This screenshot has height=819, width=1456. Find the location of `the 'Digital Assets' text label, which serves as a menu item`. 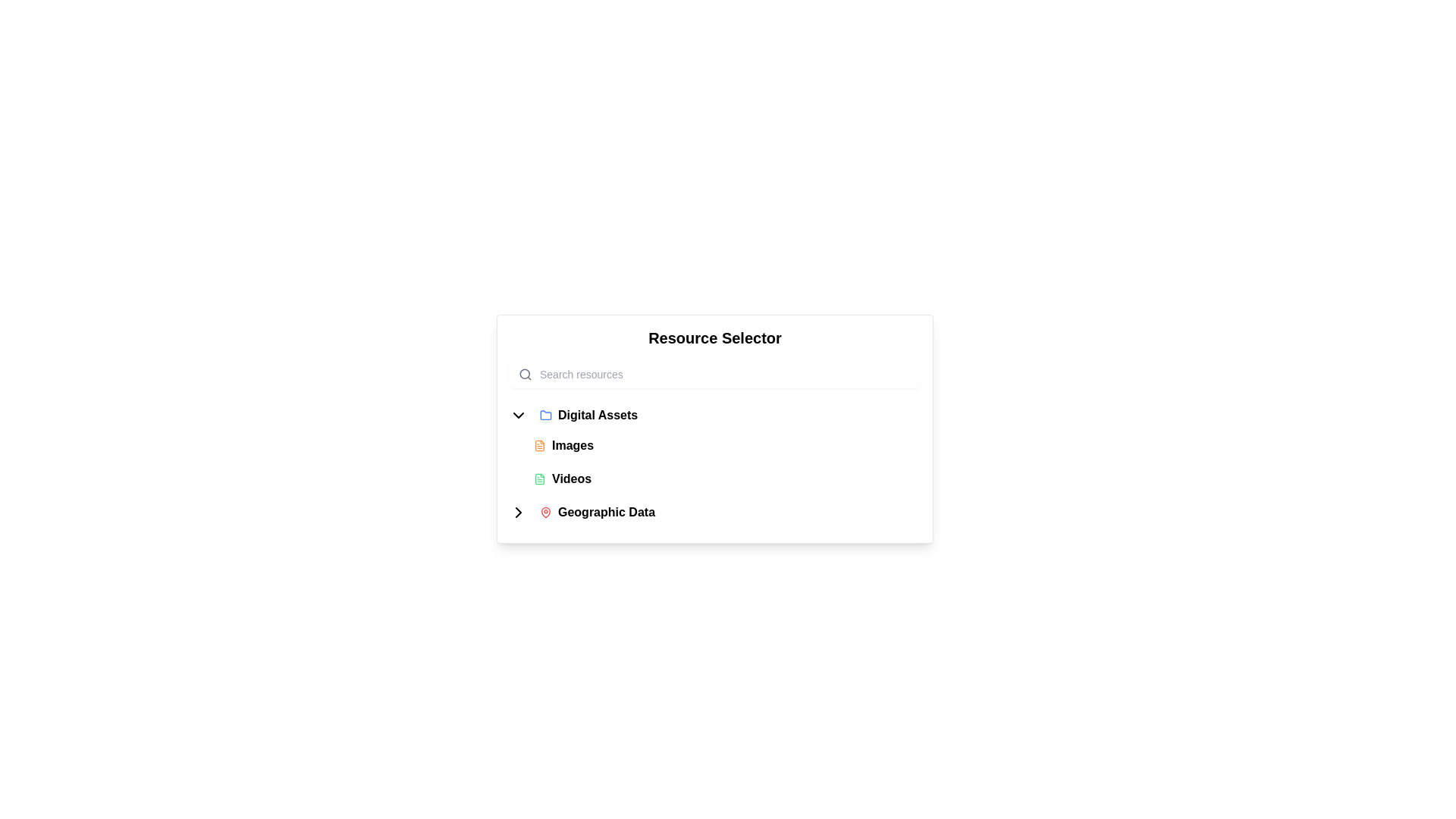

the 'Digital Assets' text label, which serves as a menu item is located at coordinates (597, 415).